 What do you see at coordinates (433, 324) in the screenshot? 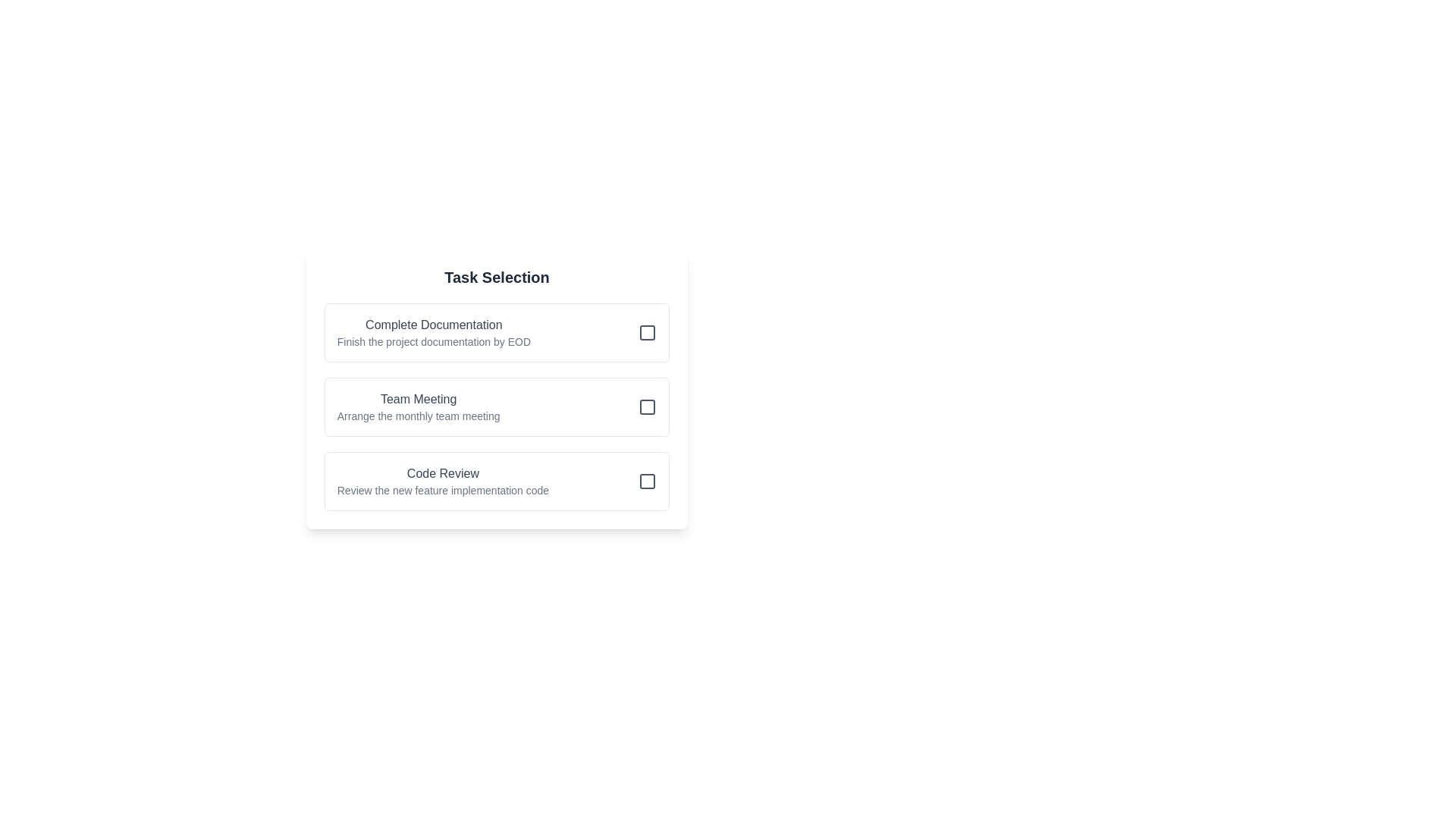
I see `the text label that serves as a title for the task, located at the top of the first task card in the 'Task Selection' section, directly above the description 'Finish the project documentation by EOD.'` at bounding box center [433, 324].